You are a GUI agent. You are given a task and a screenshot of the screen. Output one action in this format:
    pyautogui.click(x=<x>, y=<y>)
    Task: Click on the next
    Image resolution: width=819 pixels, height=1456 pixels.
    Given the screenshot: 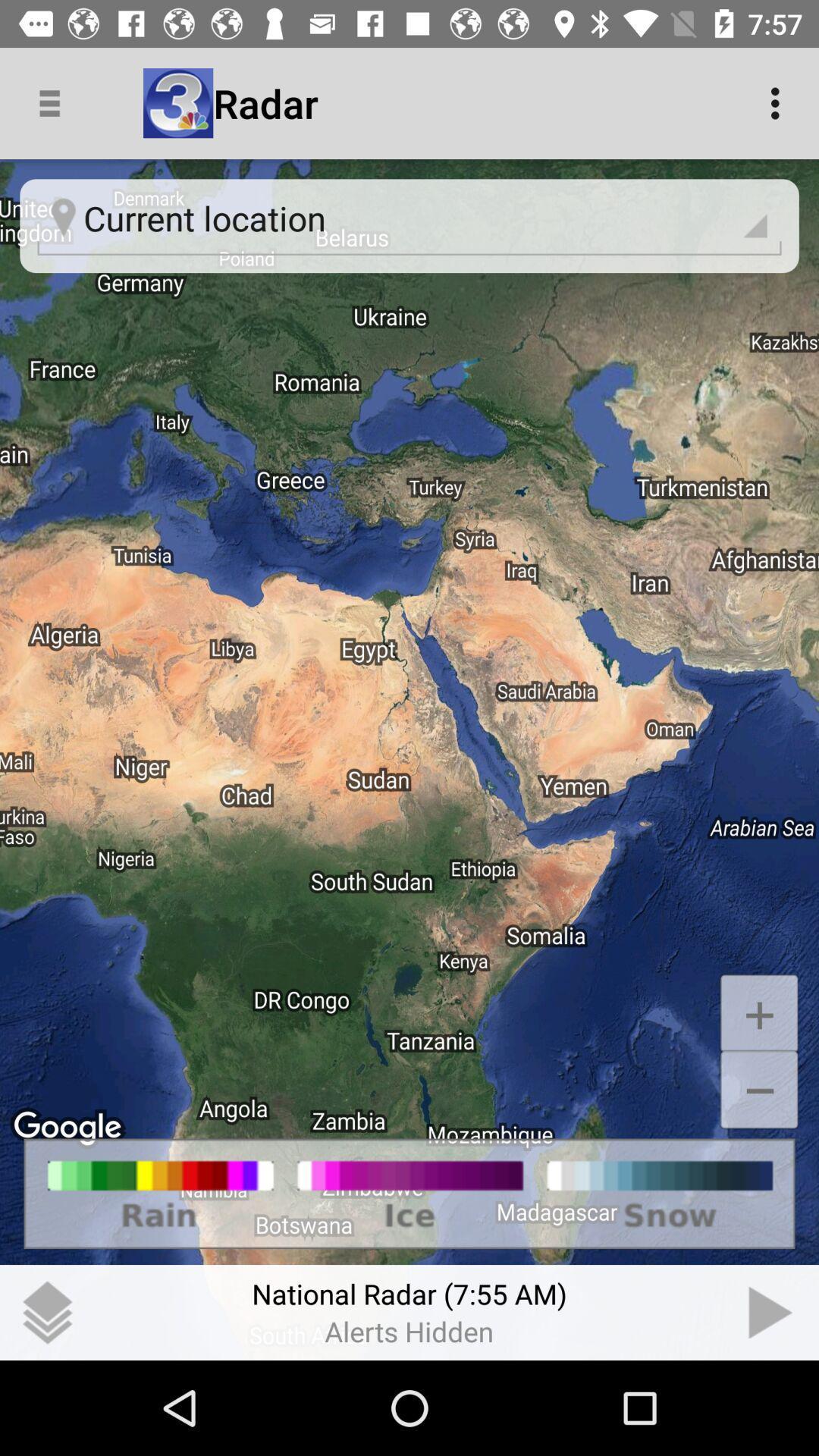 What is the action you would take?
    pyautogui.click(x=771, y=1312)
    